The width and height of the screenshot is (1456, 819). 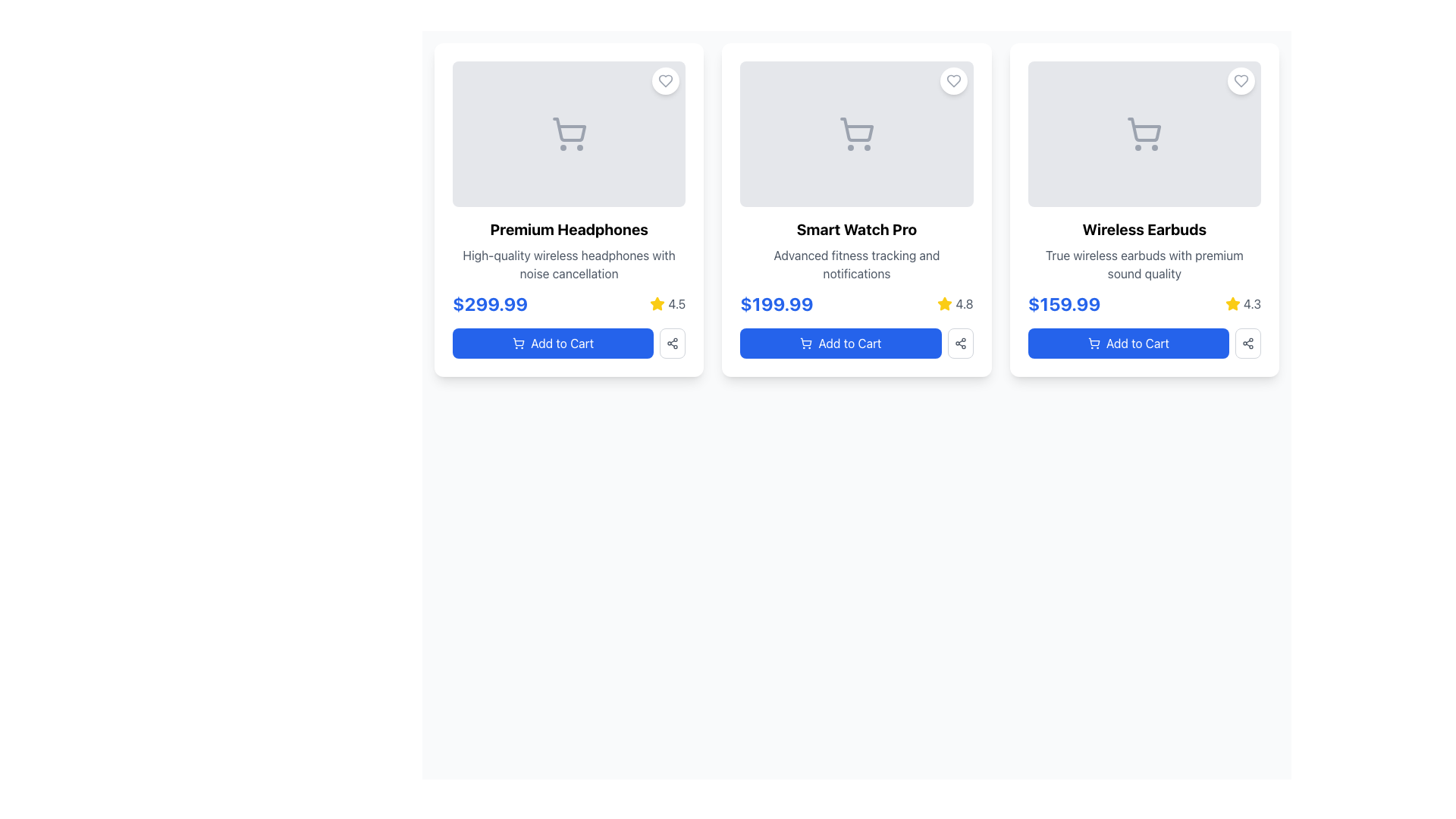 I want to click on the shopping cart graphic icon located in the 'Smart Watch Pro' card, positioned above the title and description text, so click(x=856, y=133).